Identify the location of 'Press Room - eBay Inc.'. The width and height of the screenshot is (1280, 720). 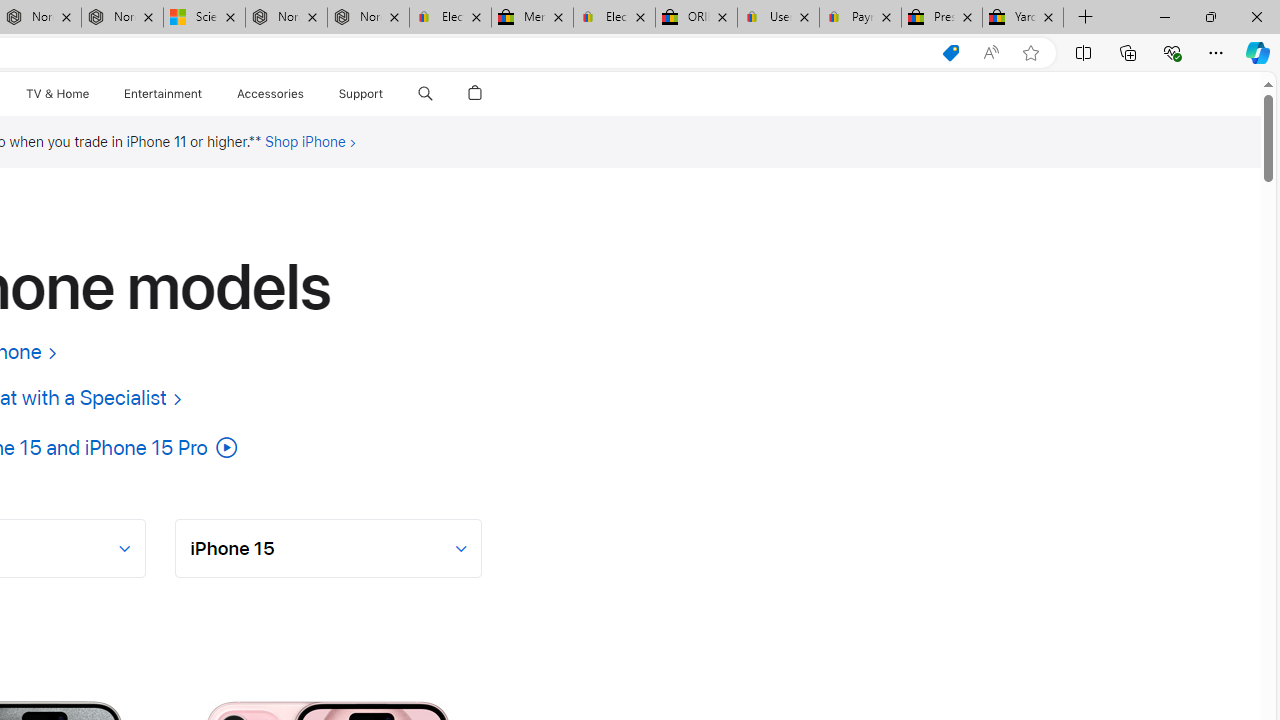
(941, 17).